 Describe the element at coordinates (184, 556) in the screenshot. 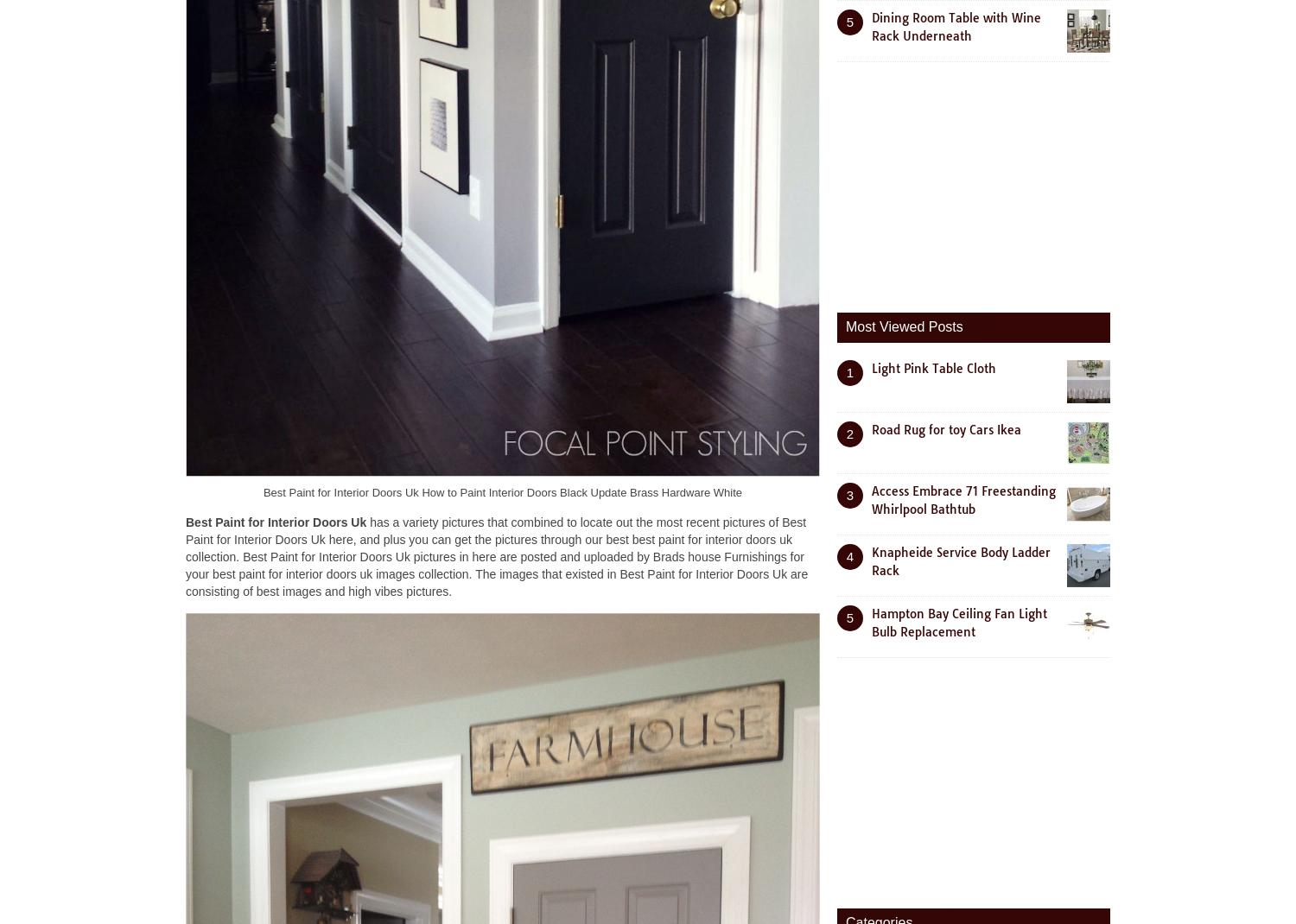

I see `'has a variety pictures that combined to locate out the most recent pictures of Best Paint for Interior Doors Uk here, and plus you can get the pictures through our best best paint for interior doors uk collection. Best Paint for Interior Doors Uk pictures in here are posted and uploaded by Brads house Furnishings for your best paint for interior doors uk images collection. The images that existed in Best Paint for Interior Doors Uk are consisting of best images and high vibes pictures.'` at that location.